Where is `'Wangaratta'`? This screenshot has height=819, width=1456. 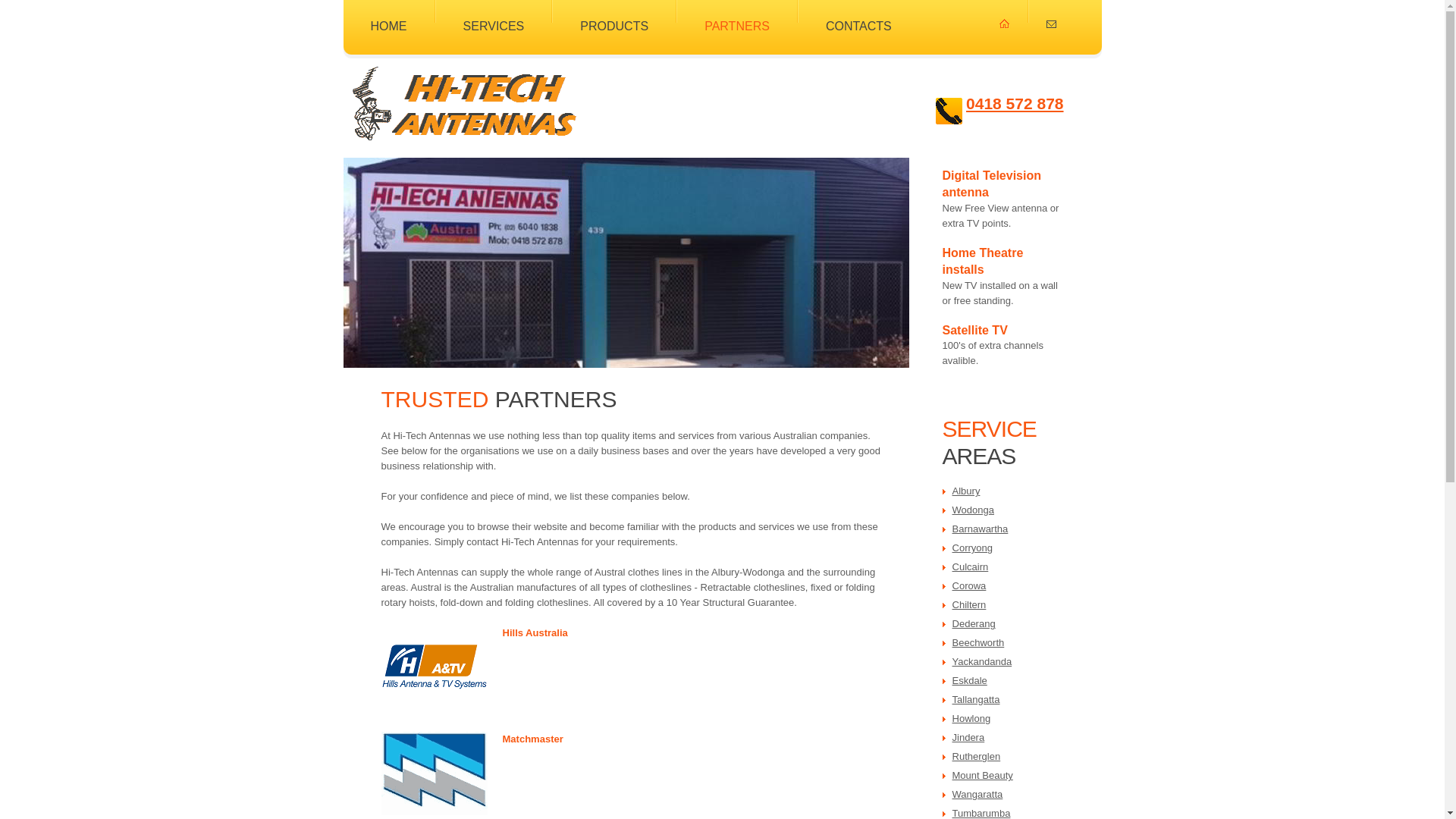
'Wangaratta' is located at coordinates (977, 793).